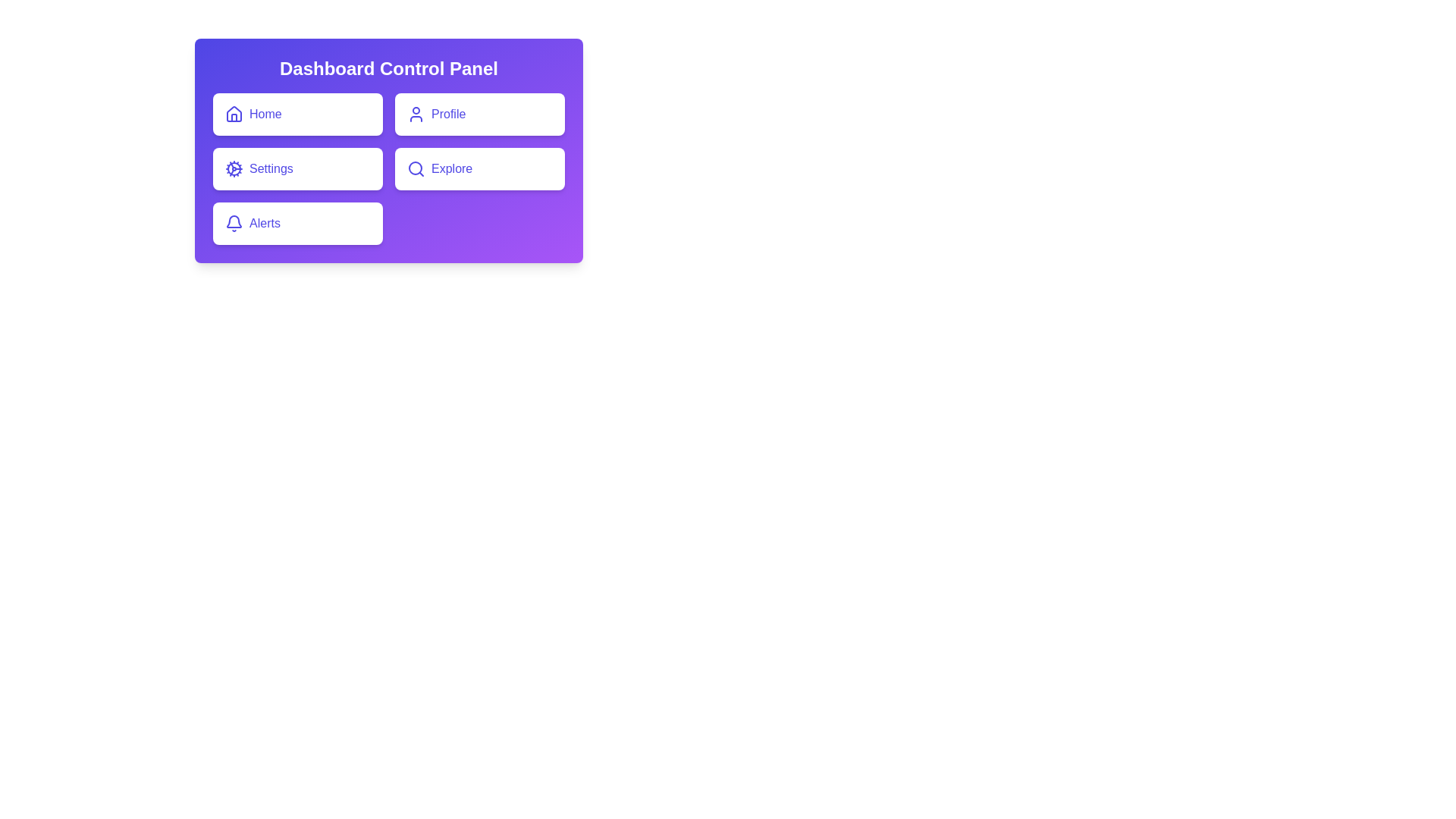  Describe the element at coordinates (233, 223) in the screenshot. I see `the blue outlined bell icon in the 'Alerts' section, located to the left of the 'Alerts' text` at that location.